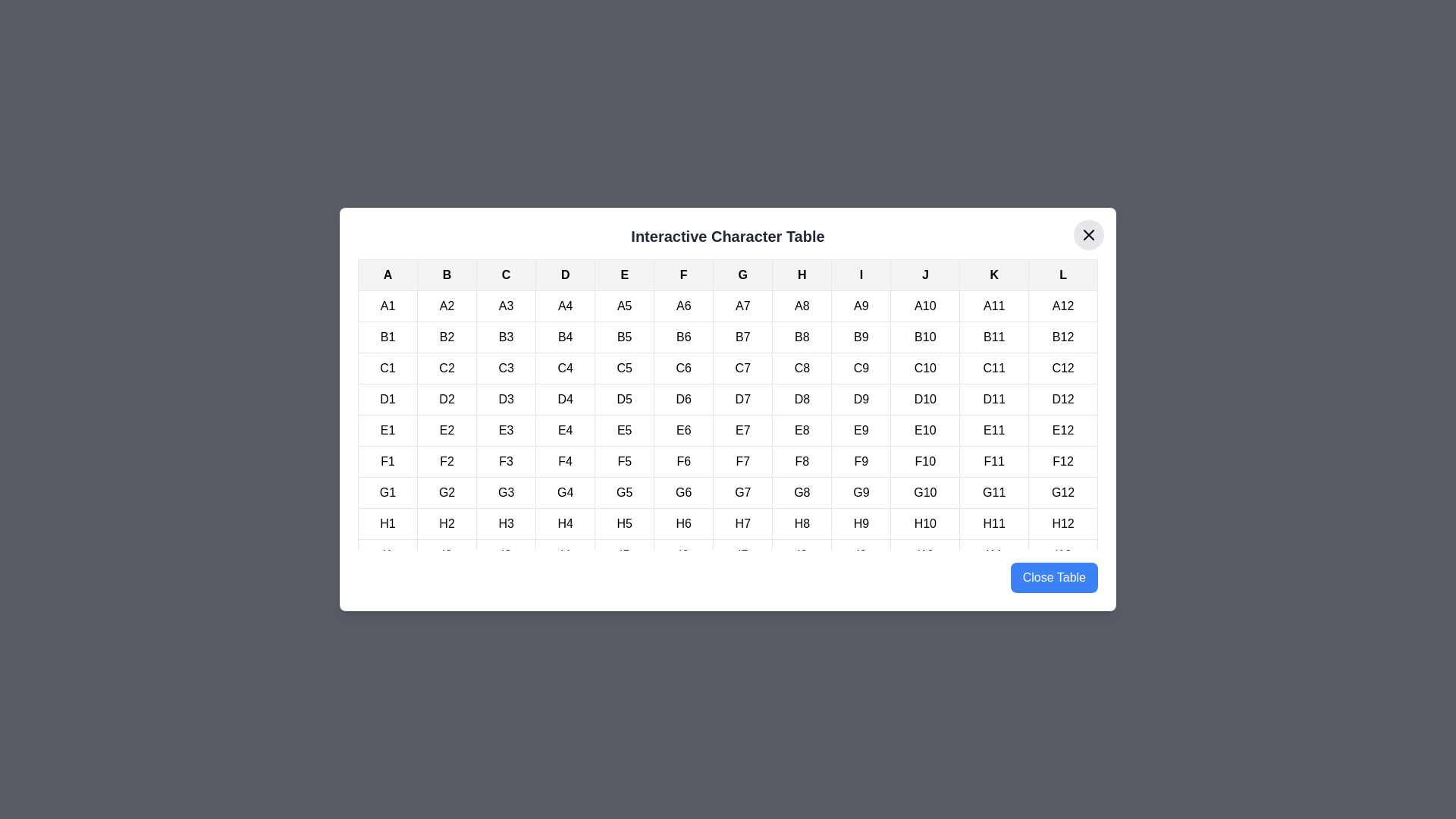 The width and height of the screenshot is (1456, 819). What do you see at coordinates (446, 275) in the screenshot?
I see `the table header cell labeled B to highlight its column` at bounding box center [446, 275].